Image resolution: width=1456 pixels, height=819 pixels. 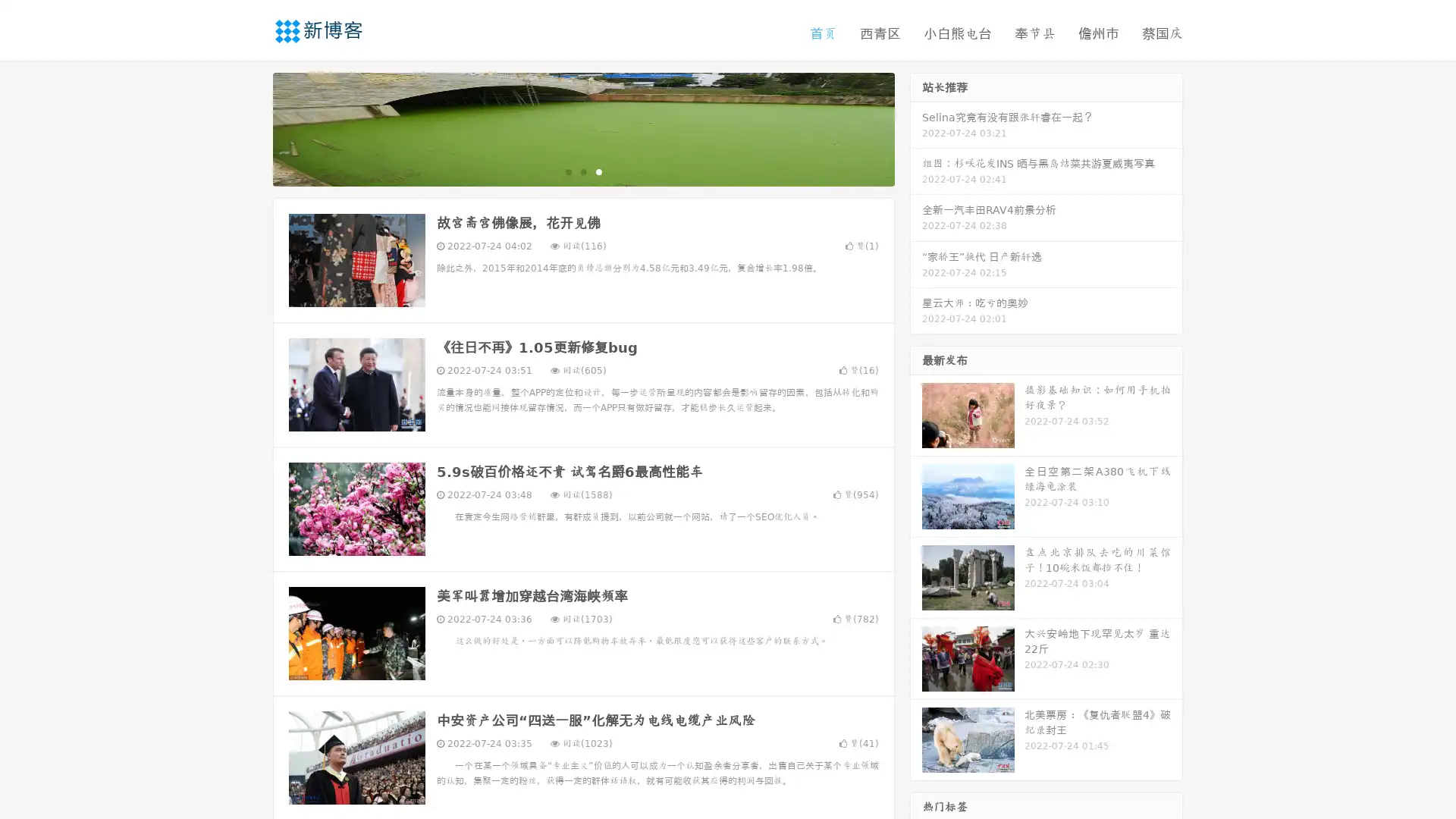 What do you see at coordinates (598, 171) in the screenshot?
I see `Go to slide 3` at bounding box center [598, 171].